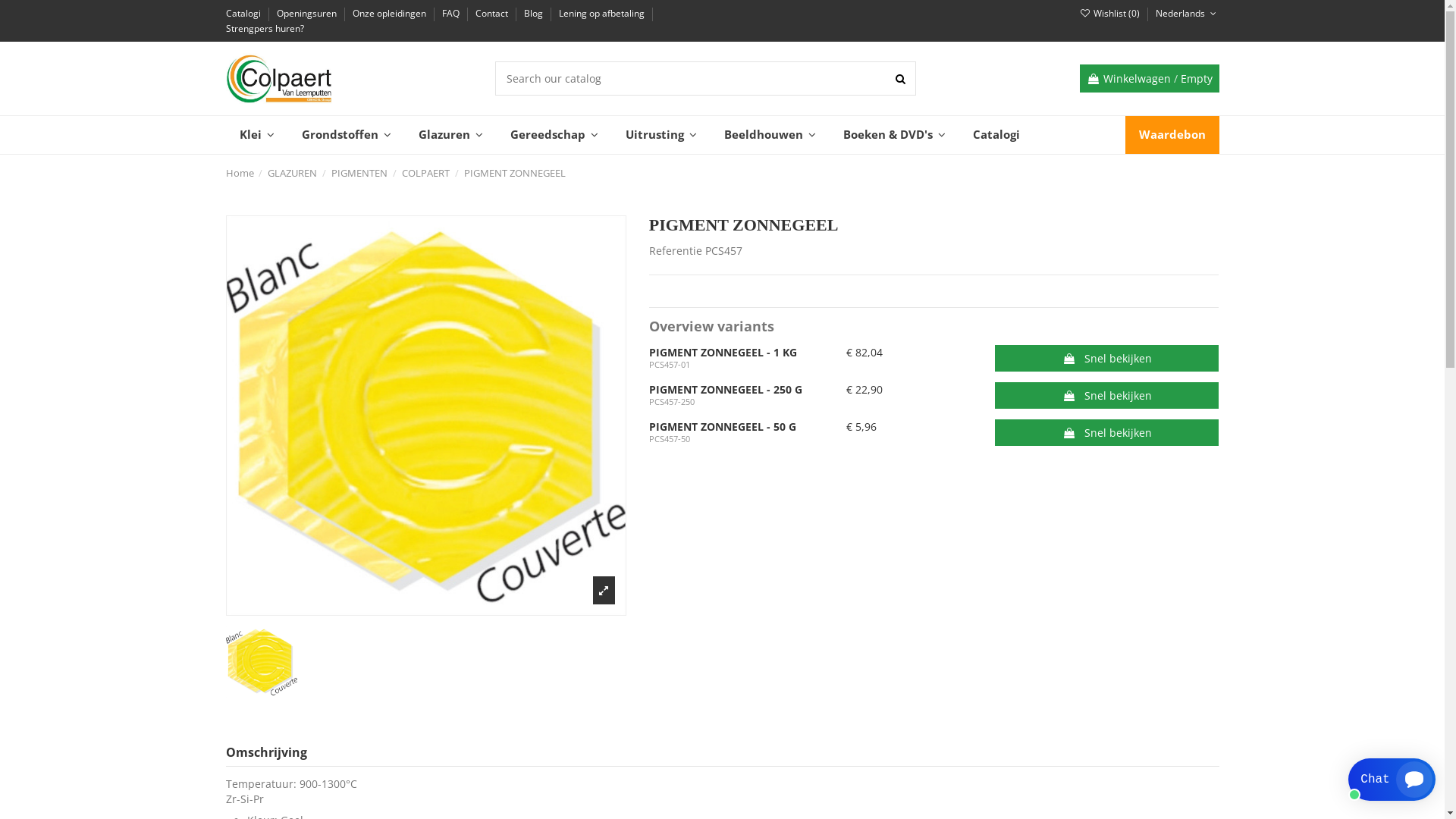  Describe the element at coordinates (1110, 13) in the screenshot. I see `'Wishlist (0)'` at that location.